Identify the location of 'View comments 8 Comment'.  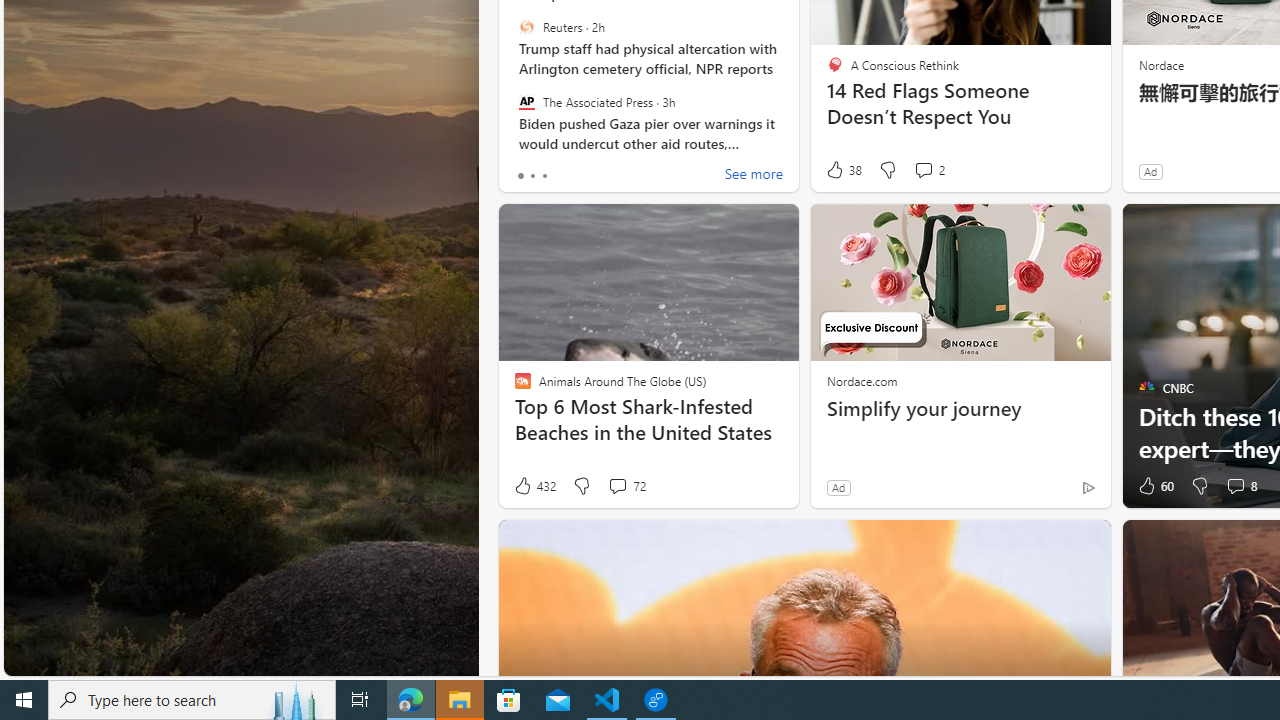
(1234, 486).